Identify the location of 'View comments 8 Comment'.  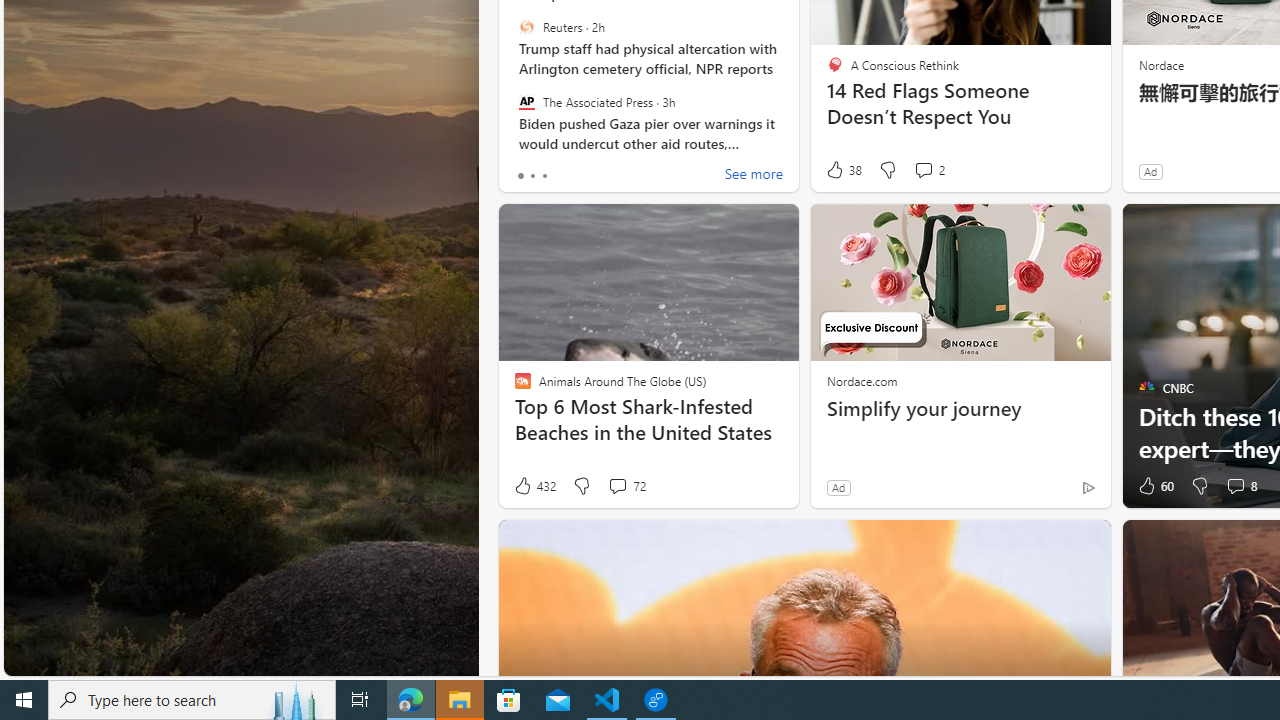
(1234, 486).